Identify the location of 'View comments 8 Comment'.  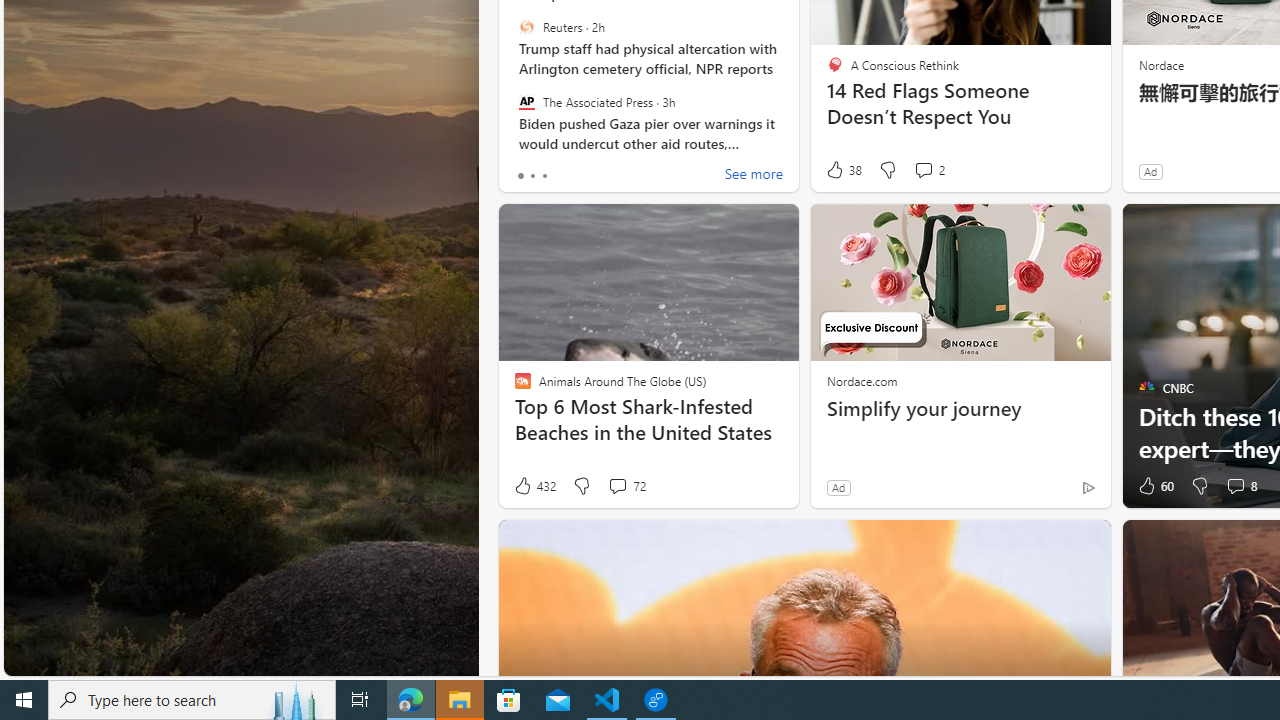
(1234, 486).